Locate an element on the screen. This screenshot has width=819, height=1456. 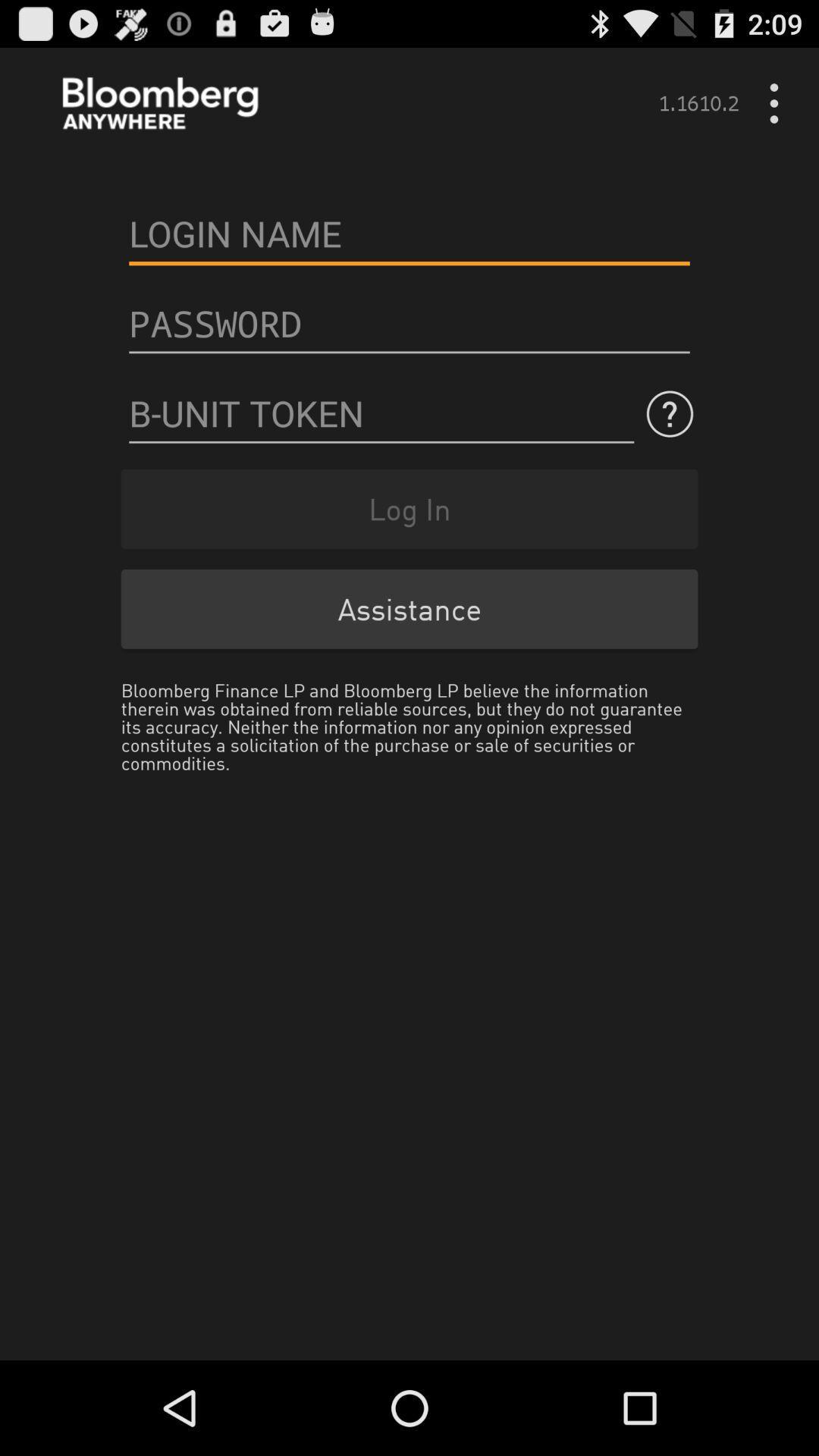
icon above the assistance item is located at coordinates (409, 509).